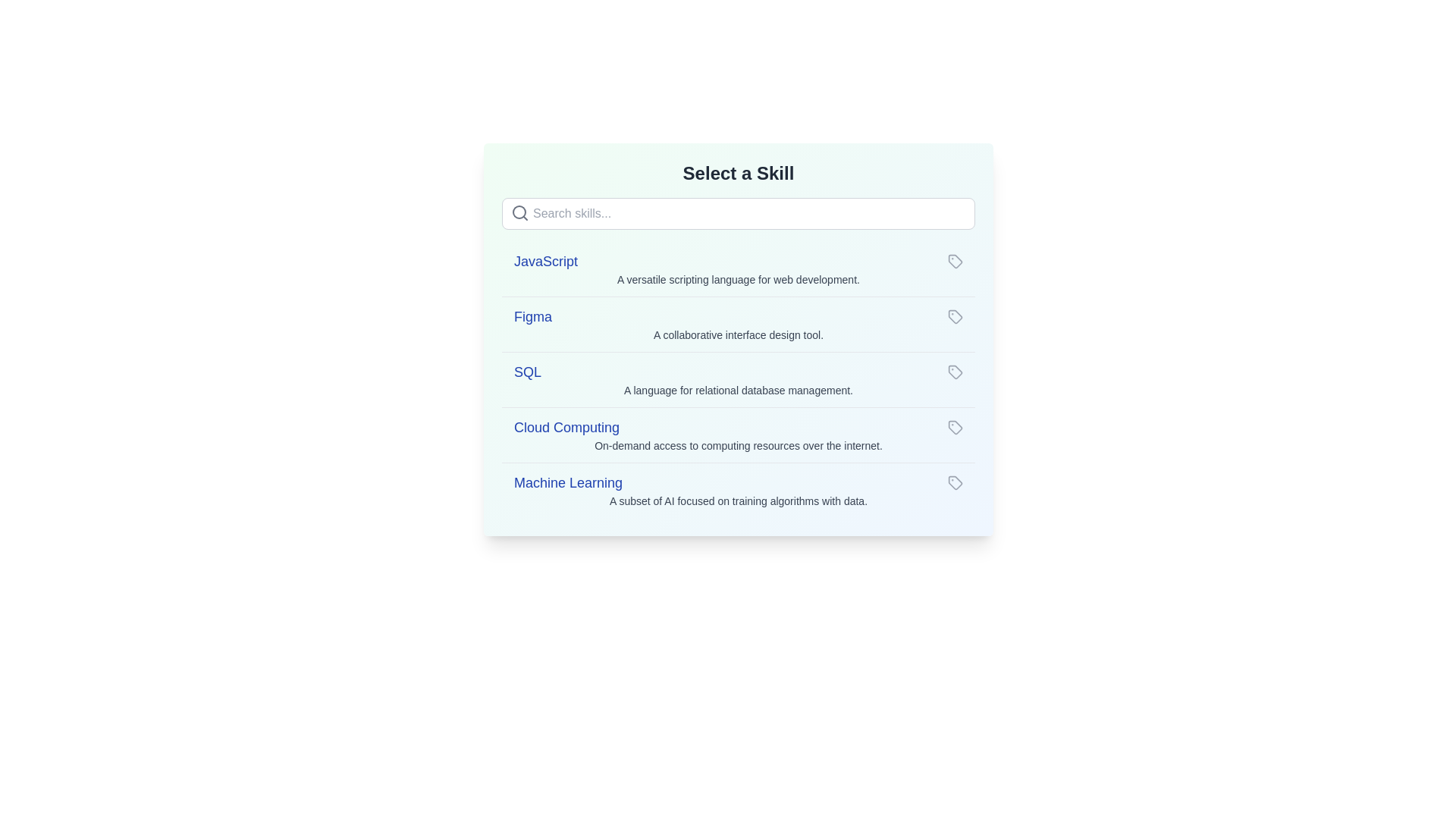  I want to click on the third selectable item in the vertically grouped list, which has a bold blue title and a smaller gray subtitle, so click(739, 379).